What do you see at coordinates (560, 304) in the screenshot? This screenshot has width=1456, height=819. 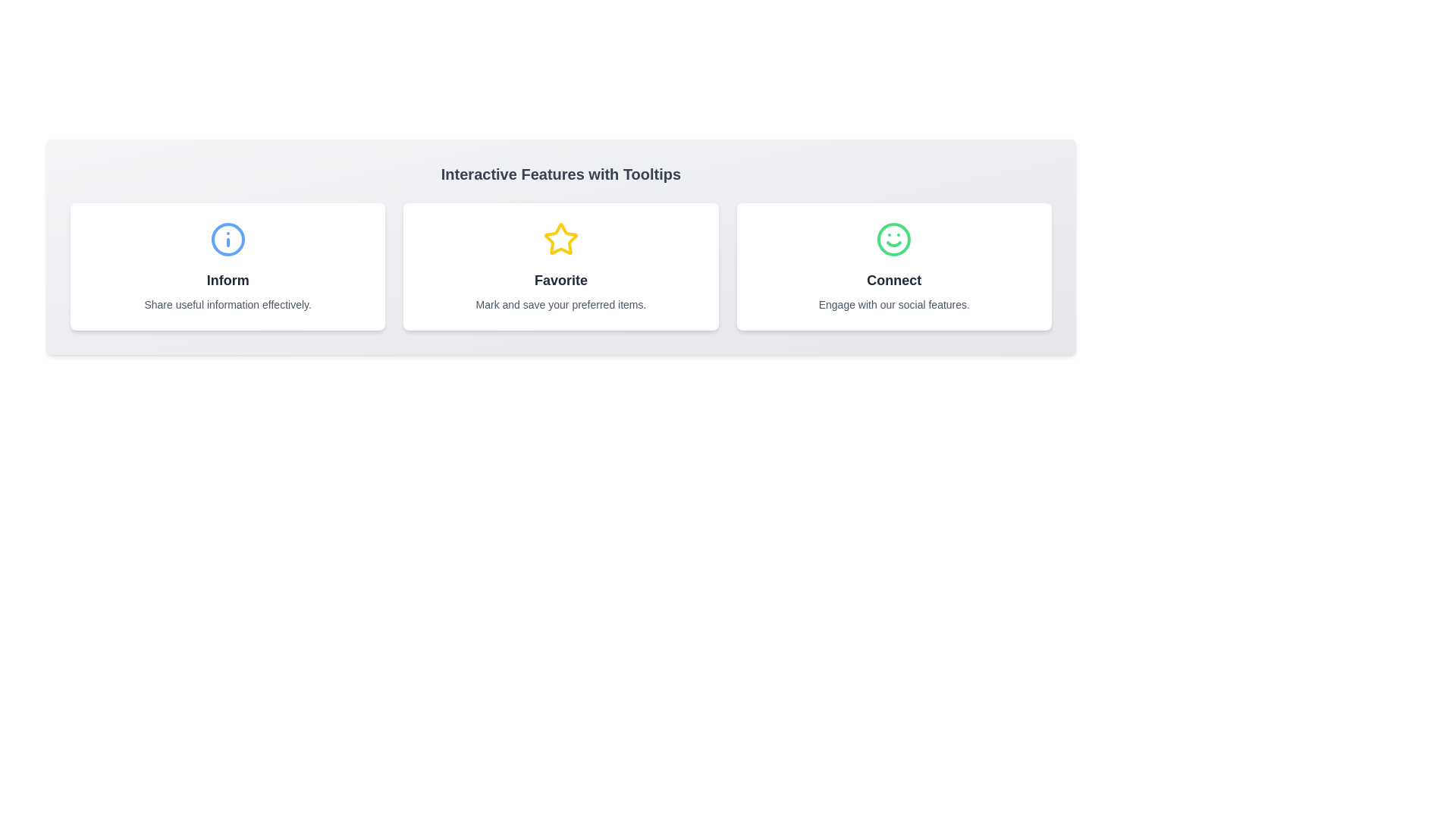 I see `the descriptive text located at the bottom of the 'Favorite' card, which clarifies the functionality and use case of the 'Favorite' feature` at bounding box center [560, 304].